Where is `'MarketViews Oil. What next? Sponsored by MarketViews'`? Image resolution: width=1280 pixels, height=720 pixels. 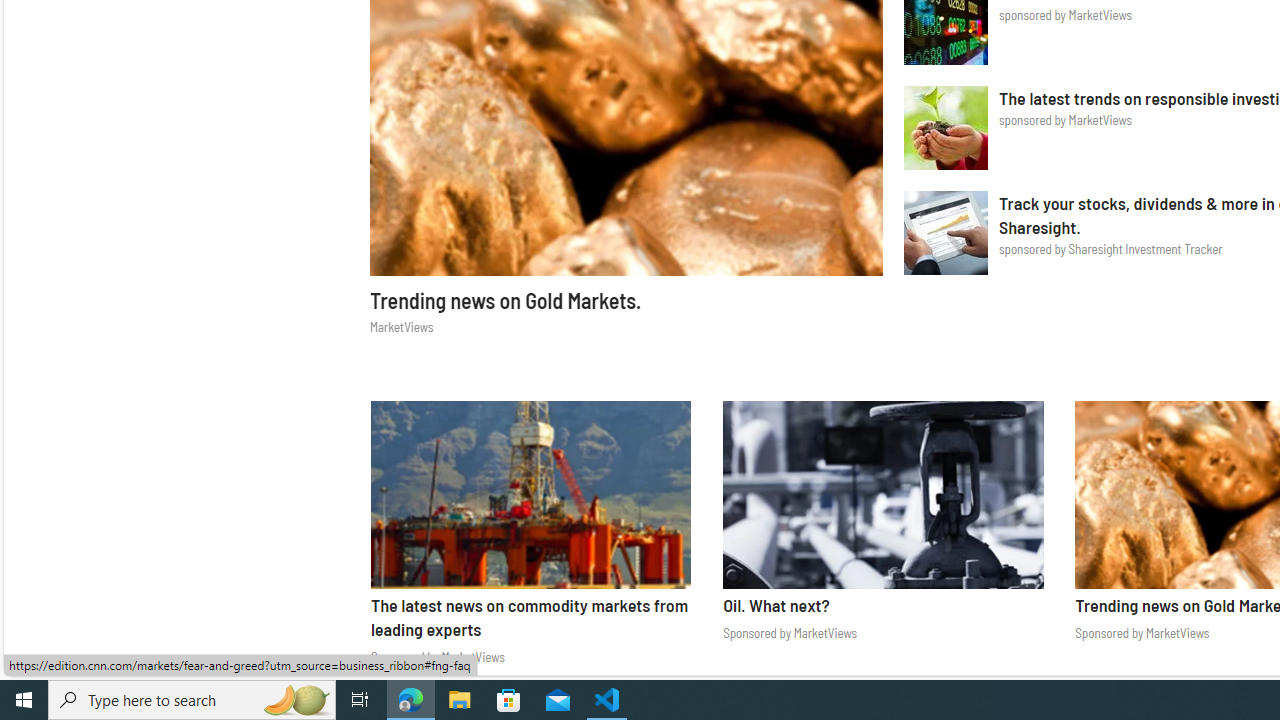 'MarketViews Oil. What next? Sponsored by MarketViews' is located at coordinates (882, 527).